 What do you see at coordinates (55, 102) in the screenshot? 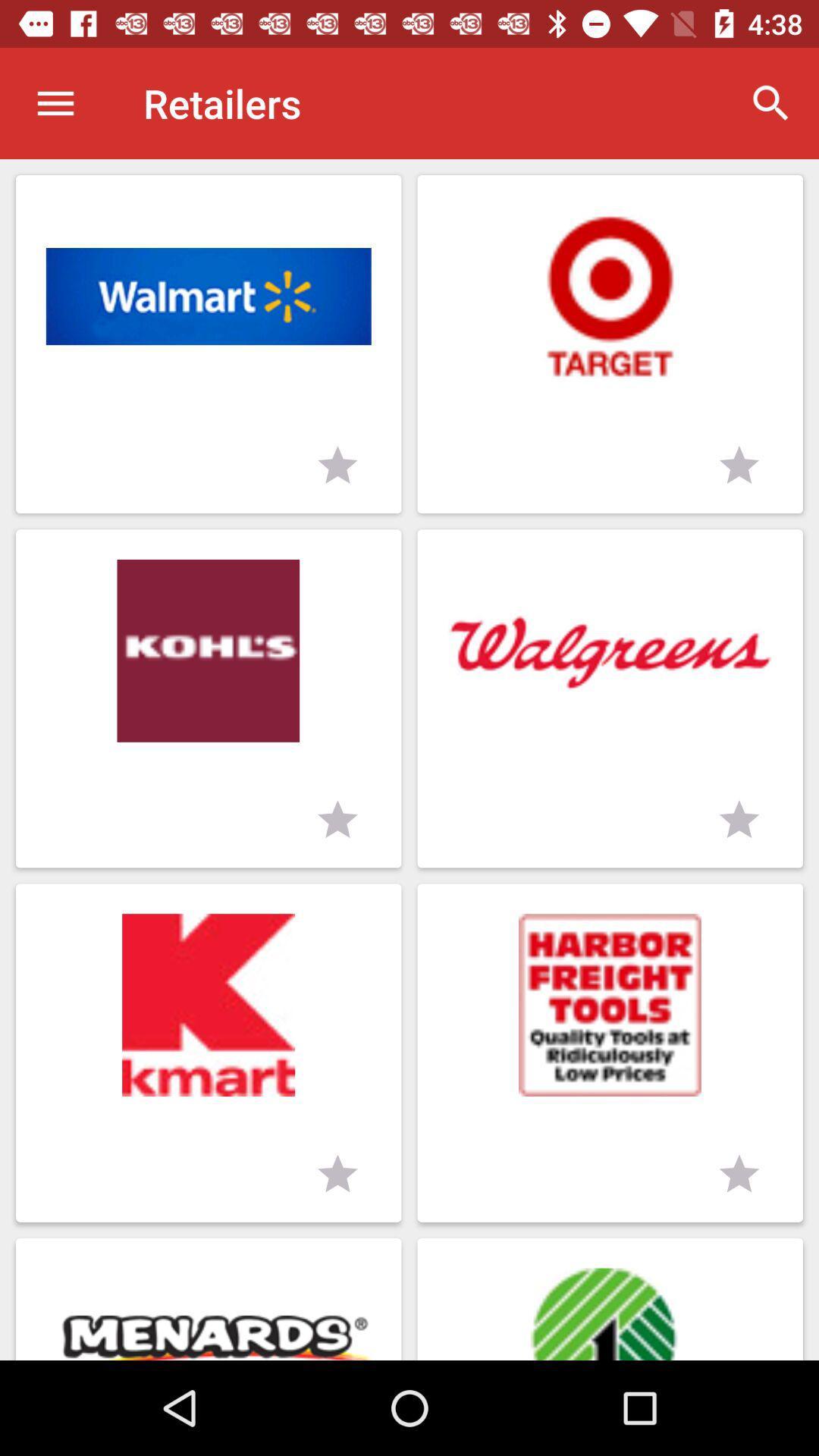
I see `icon to the left of retailers icon` at bounding box center [55, 102].